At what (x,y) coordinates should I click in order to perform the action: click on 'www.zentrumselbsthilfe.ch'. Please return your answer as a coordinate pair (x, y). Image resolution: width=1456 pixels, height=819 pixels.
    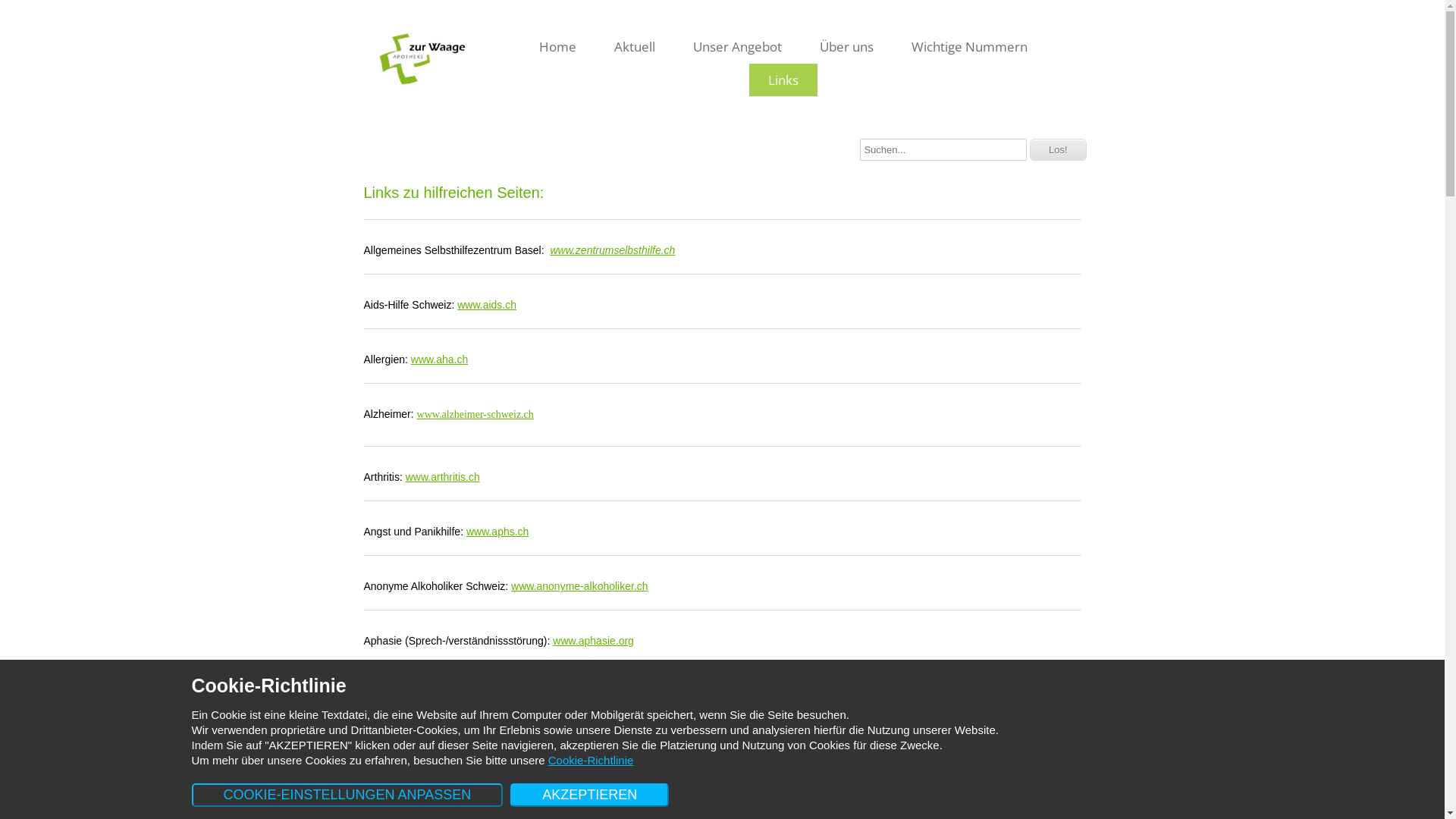
    Looking at the image, I should click on (612, 249).